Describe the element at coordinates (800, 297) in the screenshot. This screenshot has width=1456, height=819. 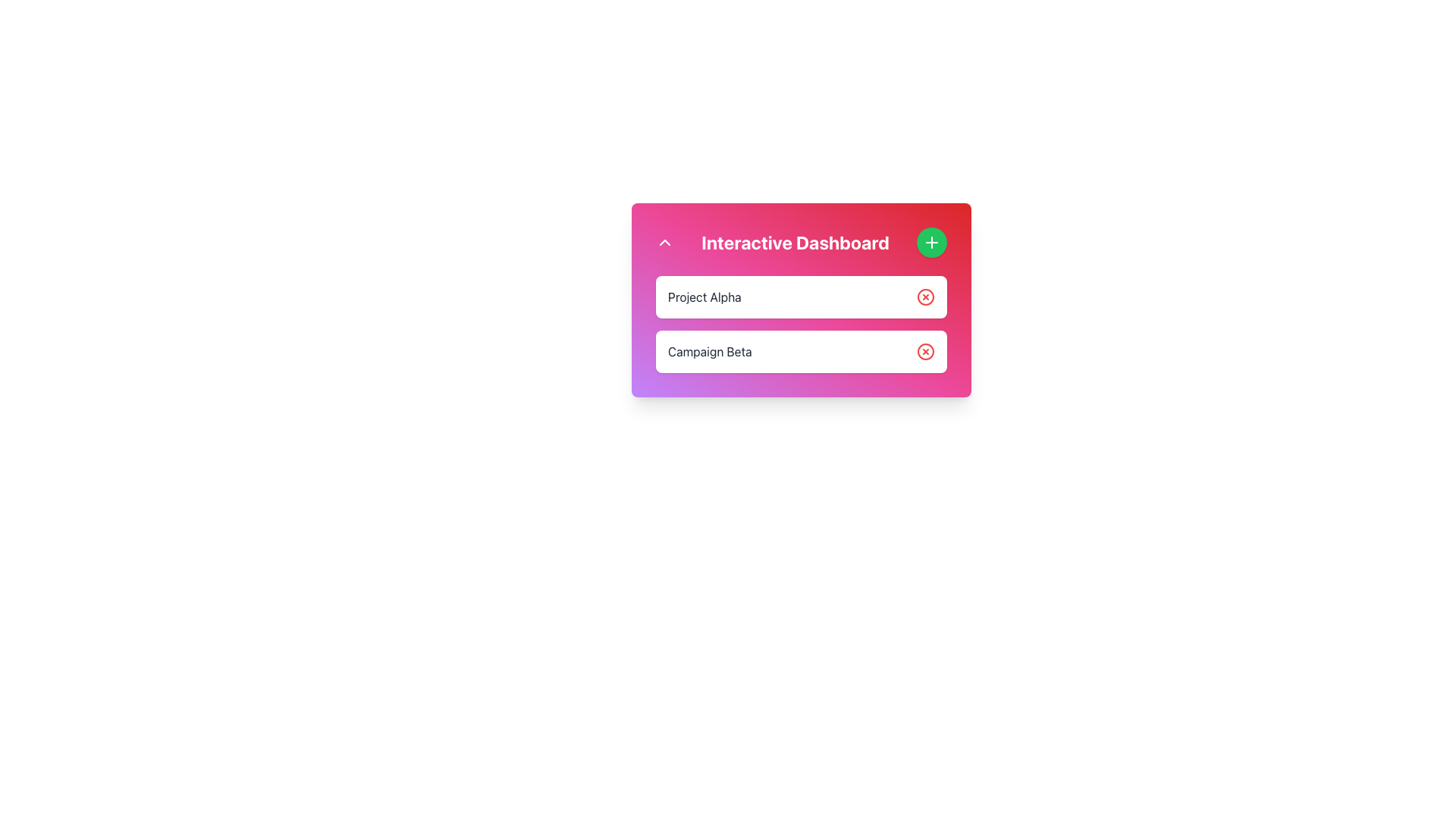
I see `the first list item labeled 'Project Alpha' which features a red close icon on the right and is part of the 'Interactive Dashboard'` at that location.